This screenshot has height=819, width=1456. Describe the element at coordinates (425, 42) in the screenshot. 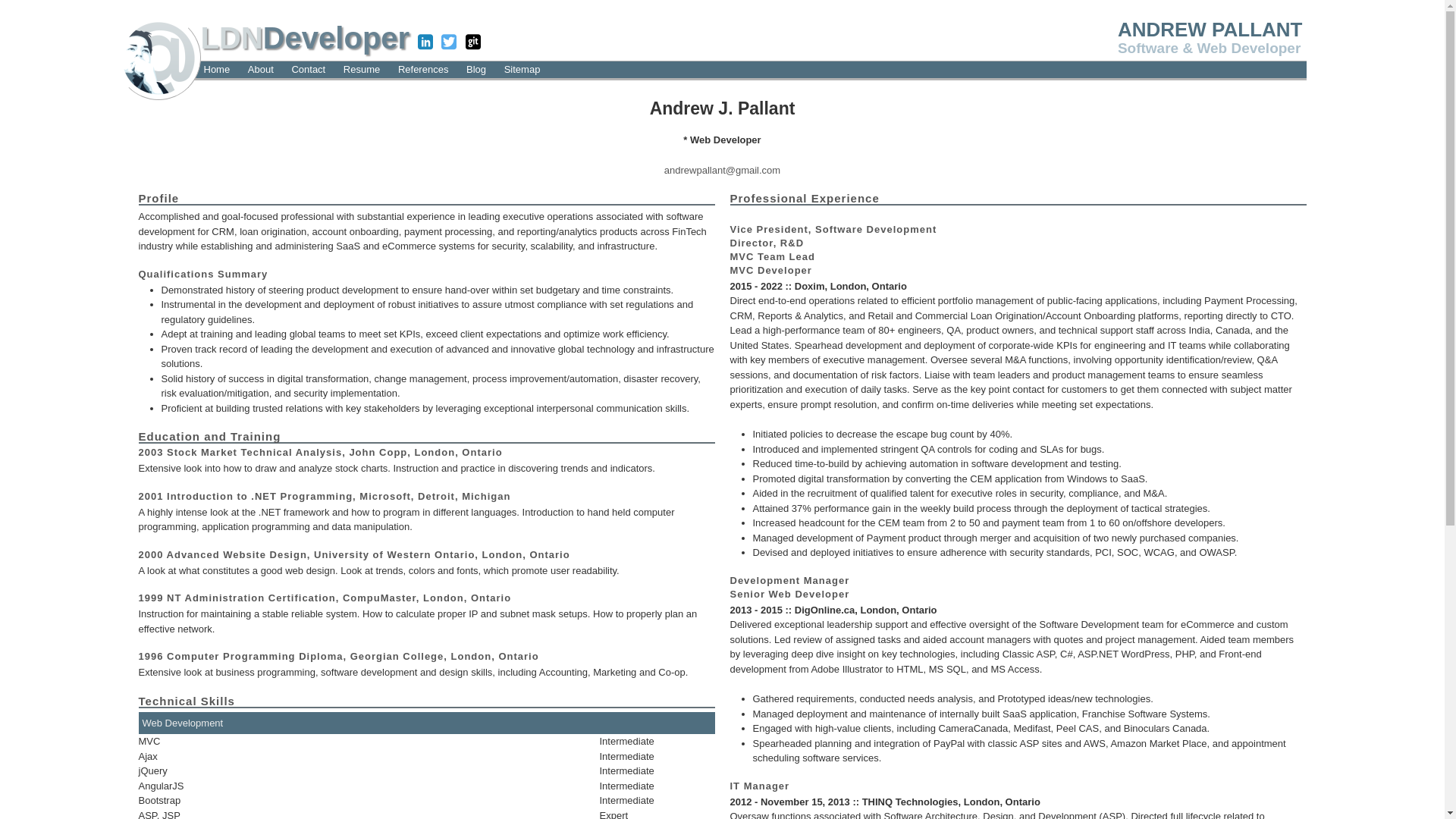

I see `'Click For My LinkedIn Profile'` at that location.